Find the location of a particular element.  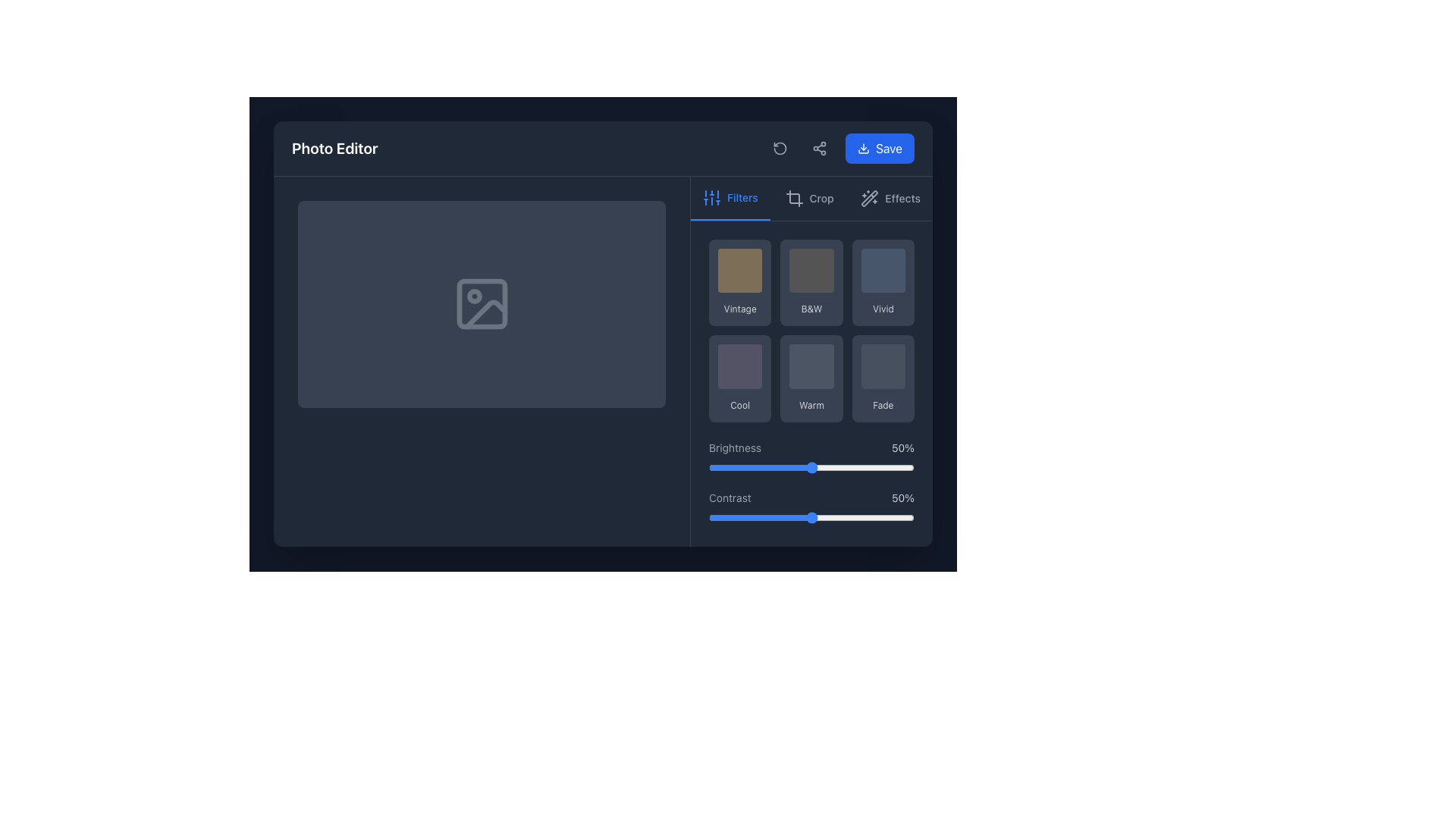

the vintage filter preview element, which is a sepia-toned square block with rounded corners in the first row and first column of the grid layout is located at coordinates (740, 270).